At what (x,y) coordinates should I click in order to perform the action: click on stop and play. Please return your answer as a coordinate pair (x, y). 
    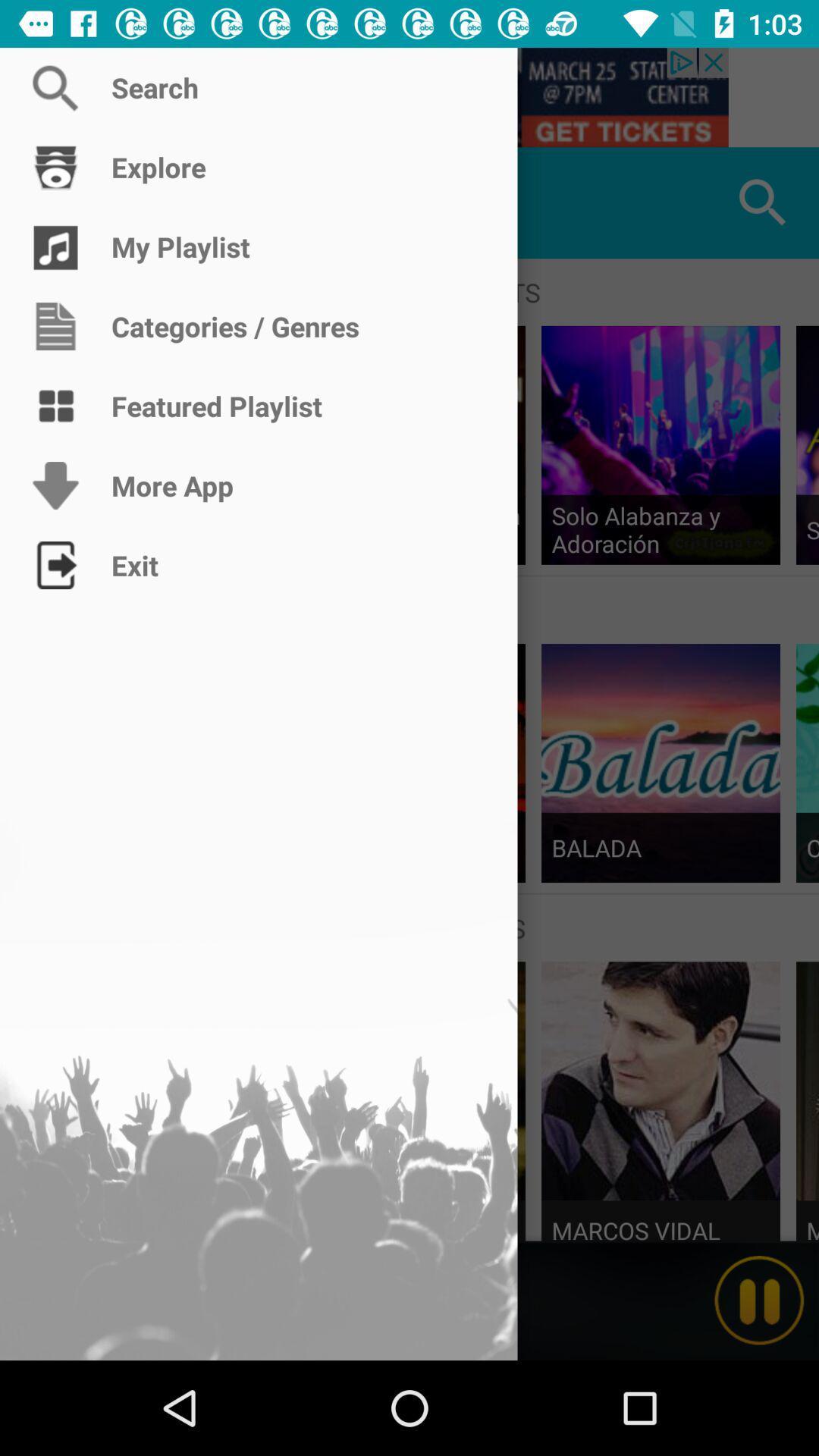
    Looking at the image, I should click on (759, 1300).